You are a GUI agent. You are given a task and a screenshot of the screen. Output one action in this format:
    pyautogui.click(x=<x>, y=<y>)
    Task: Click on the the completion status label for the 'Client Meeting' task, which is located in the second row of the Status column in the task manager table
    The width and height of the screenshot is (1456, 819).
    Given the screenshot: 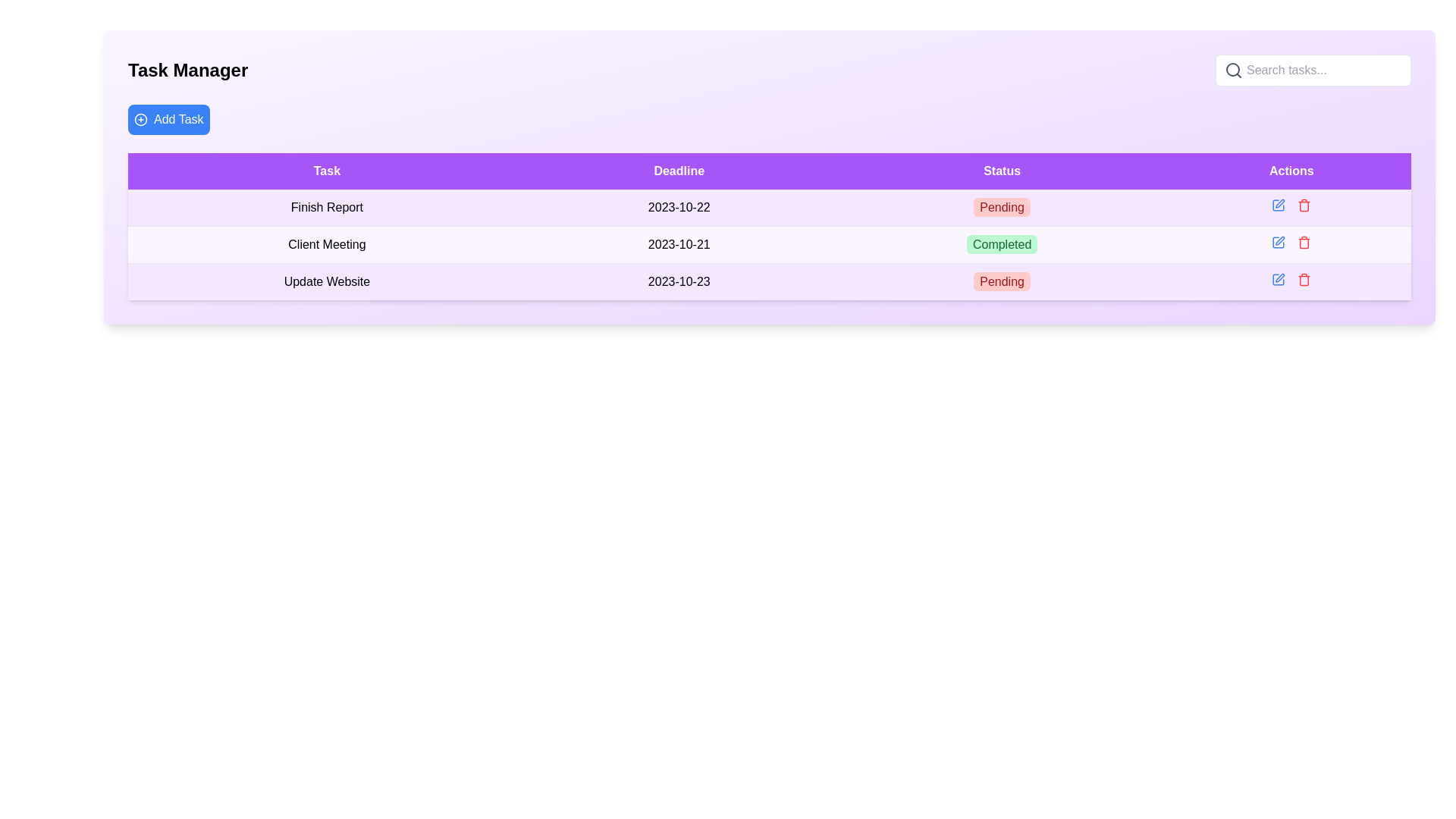 What is the action you would take?
    pyautogui.click(x=1002, y=243)
    